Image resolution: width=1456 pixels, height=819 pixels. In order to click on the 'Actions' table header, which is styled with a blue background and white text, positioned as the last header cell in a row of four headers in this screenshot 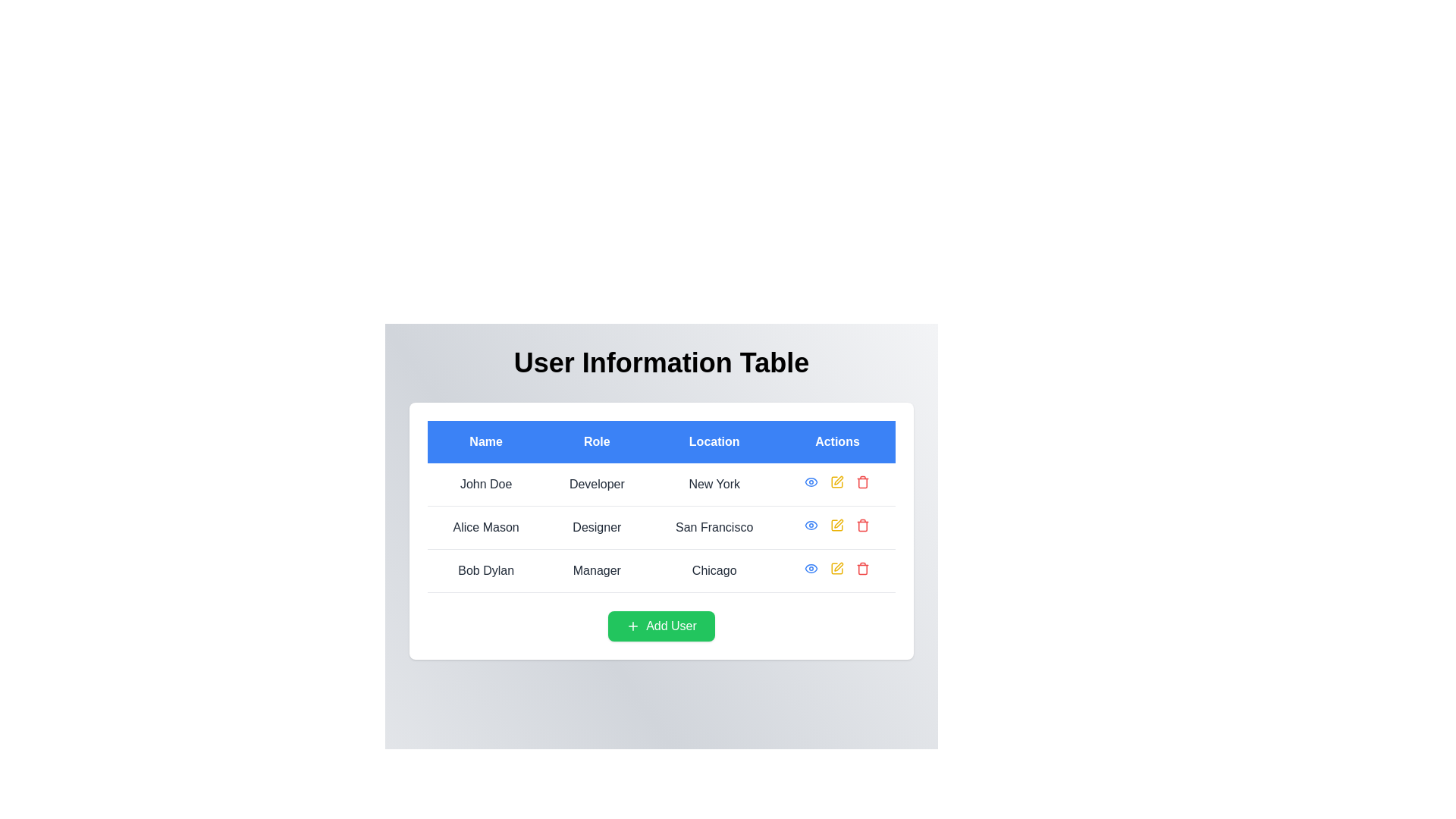, I will do `click(836, 441)`.